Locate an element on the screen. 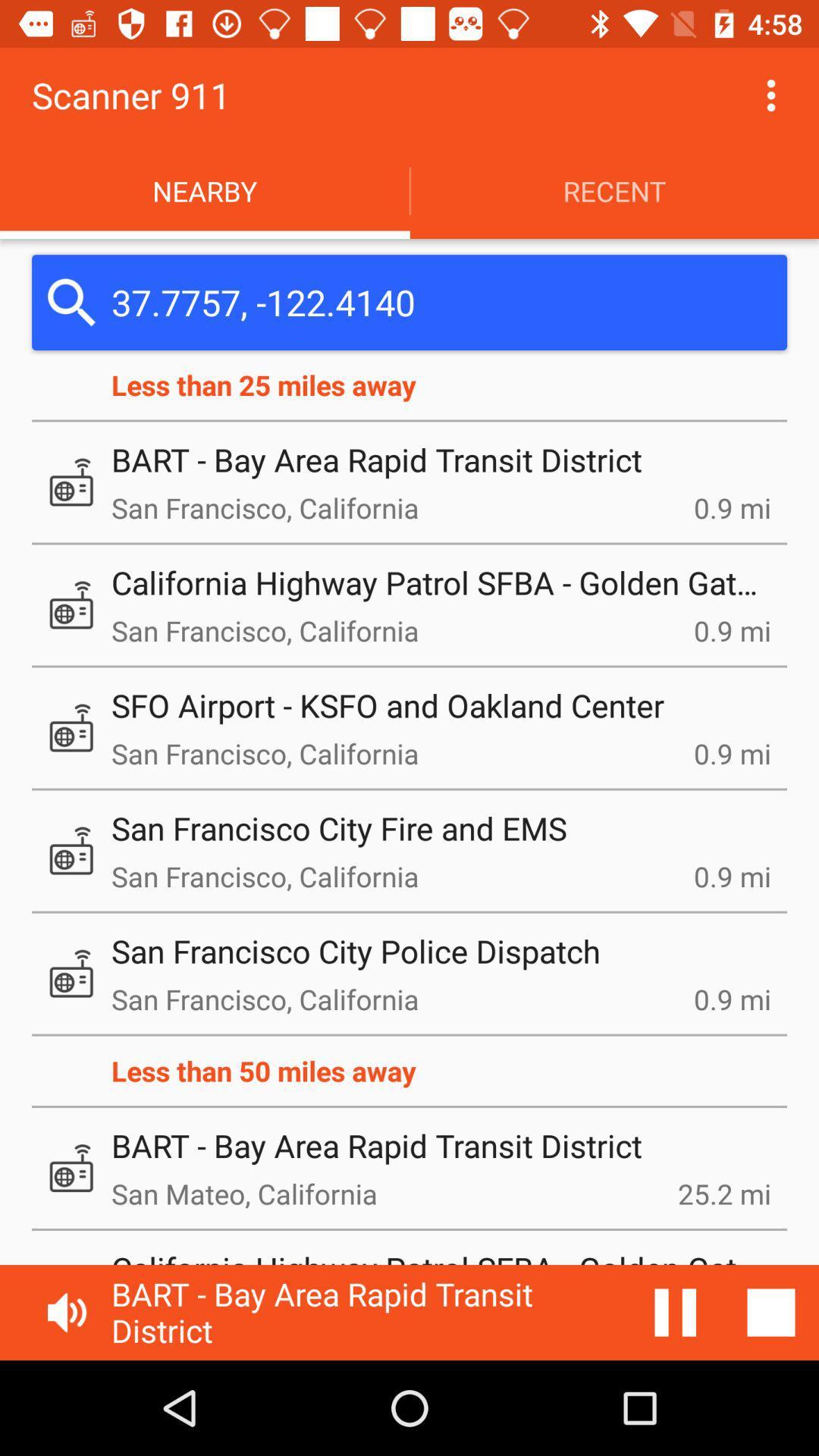 The image size is (819, 1456). the pause icon is located at coordinates (675, 1312).